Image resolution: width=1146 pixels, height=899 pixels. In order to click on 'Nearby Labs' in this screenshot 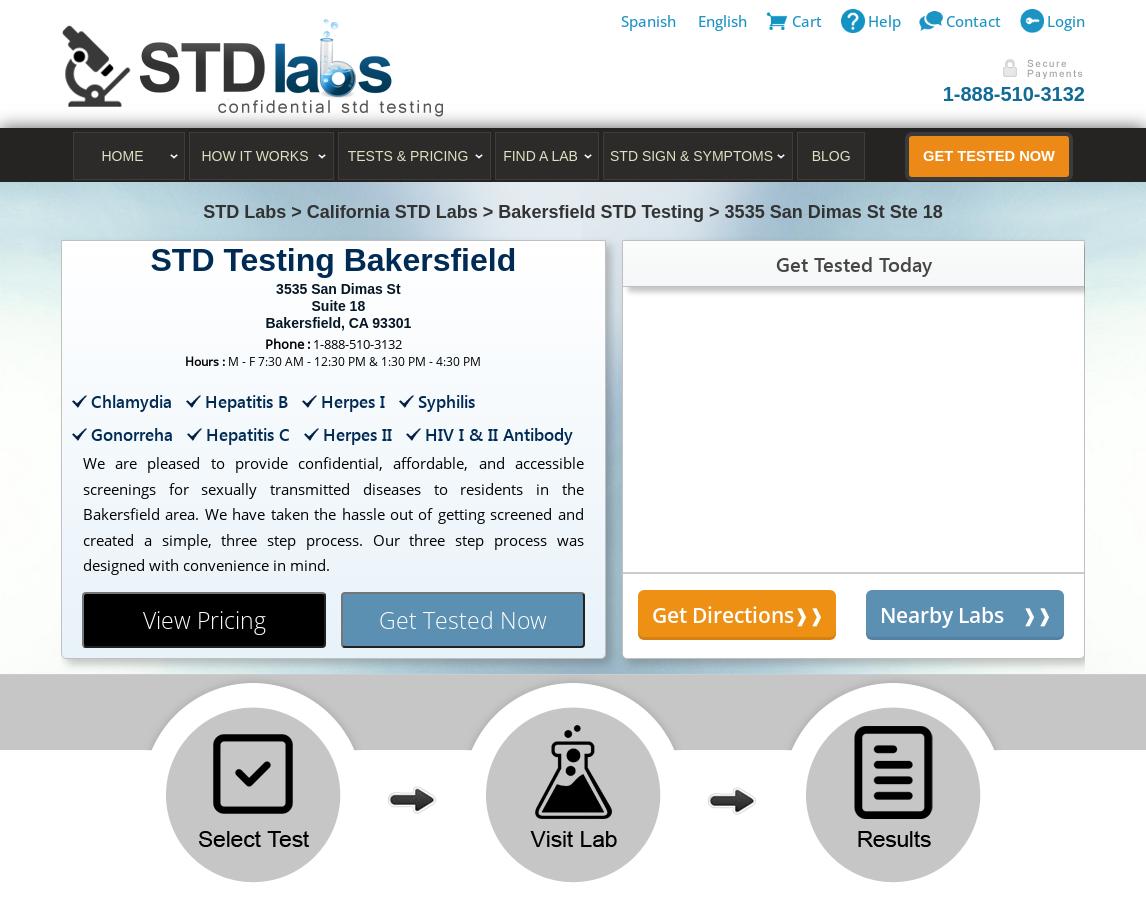, I will do `click(941, 614)`.